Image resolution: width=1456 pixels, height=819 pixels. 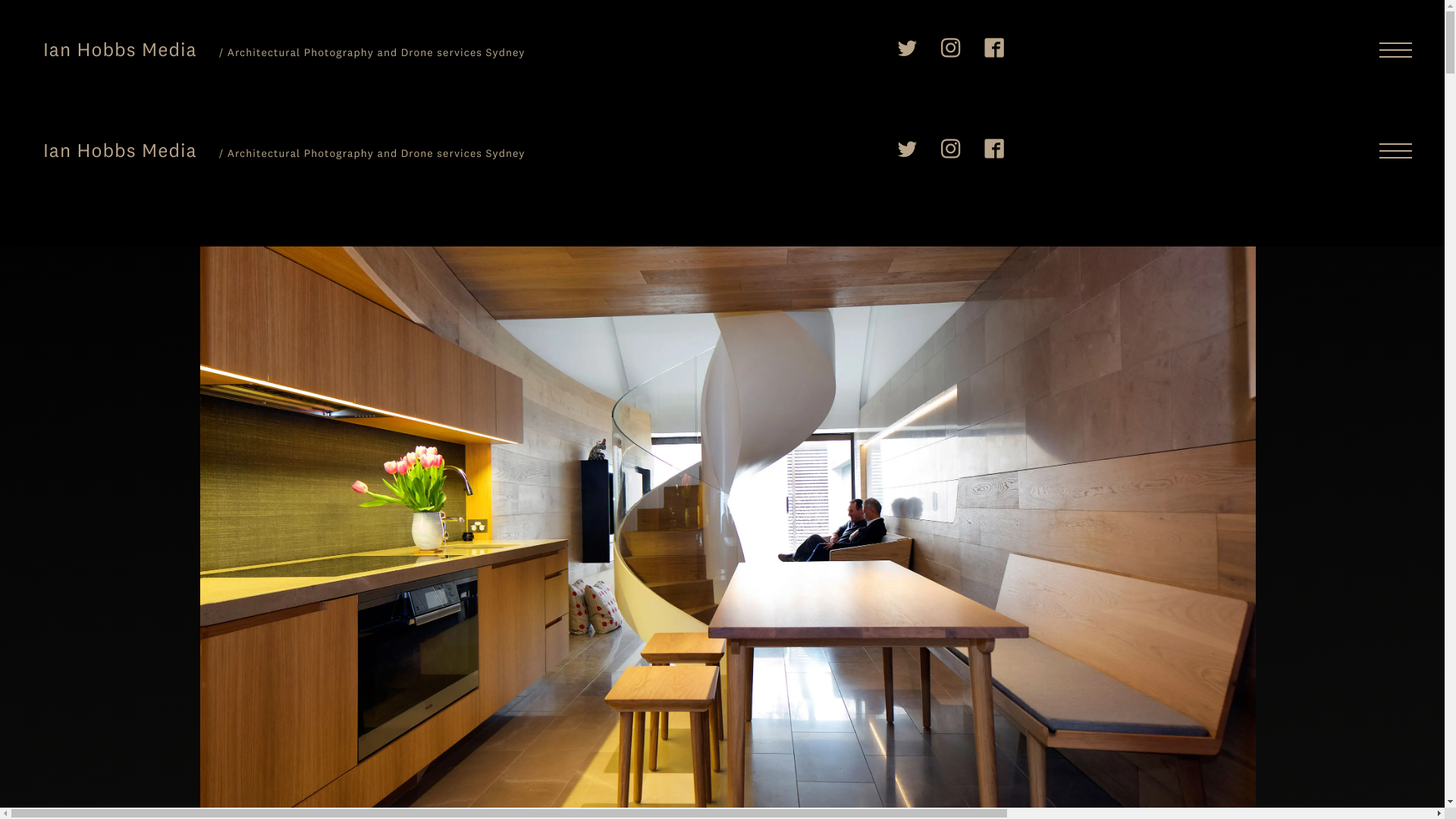 I want to click on 'Menu', so click(x=1379, y=49).